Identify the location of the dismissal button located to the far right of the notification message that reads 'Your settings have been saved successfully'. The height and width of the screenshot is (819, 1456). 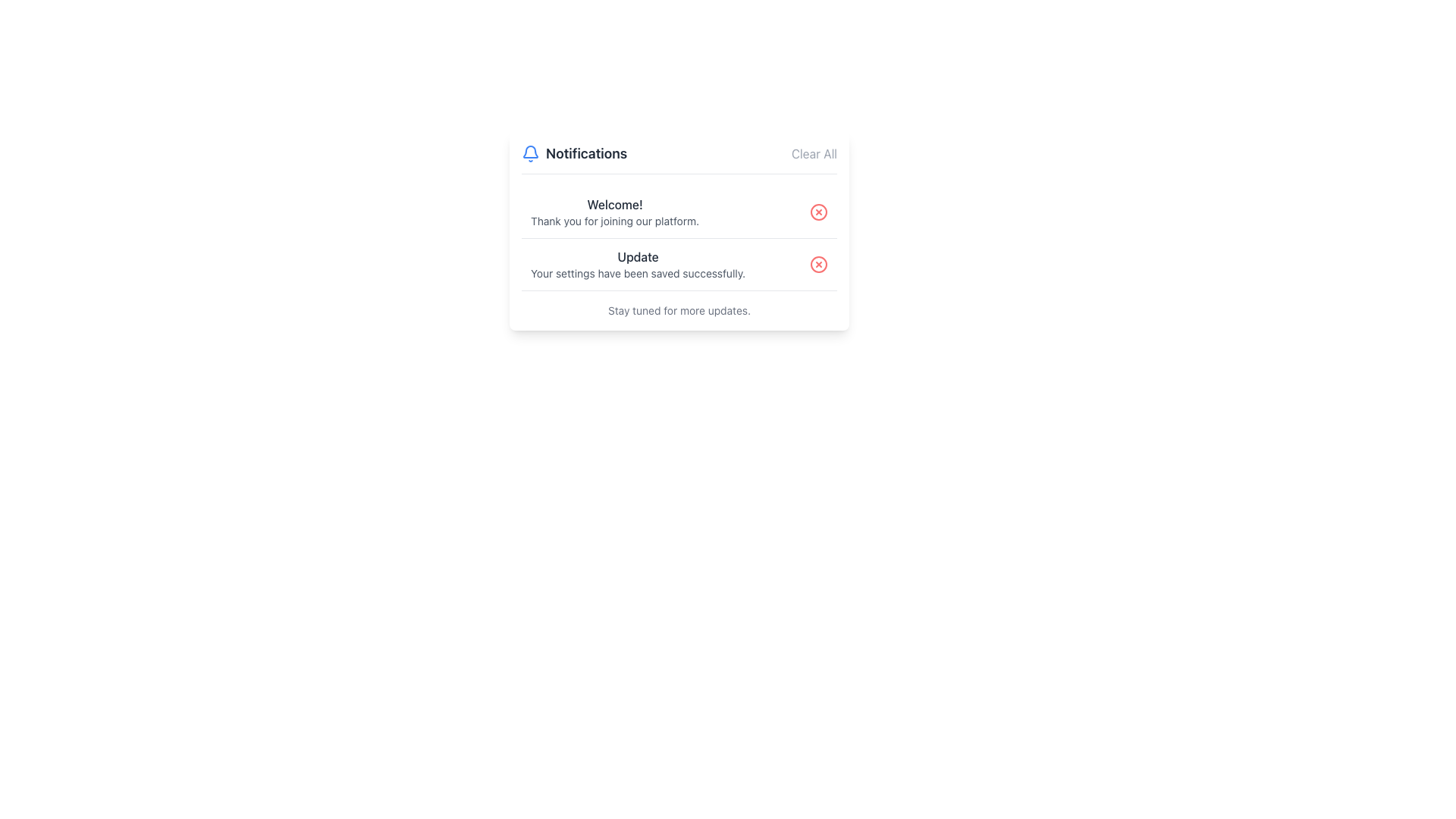
(818, 263).